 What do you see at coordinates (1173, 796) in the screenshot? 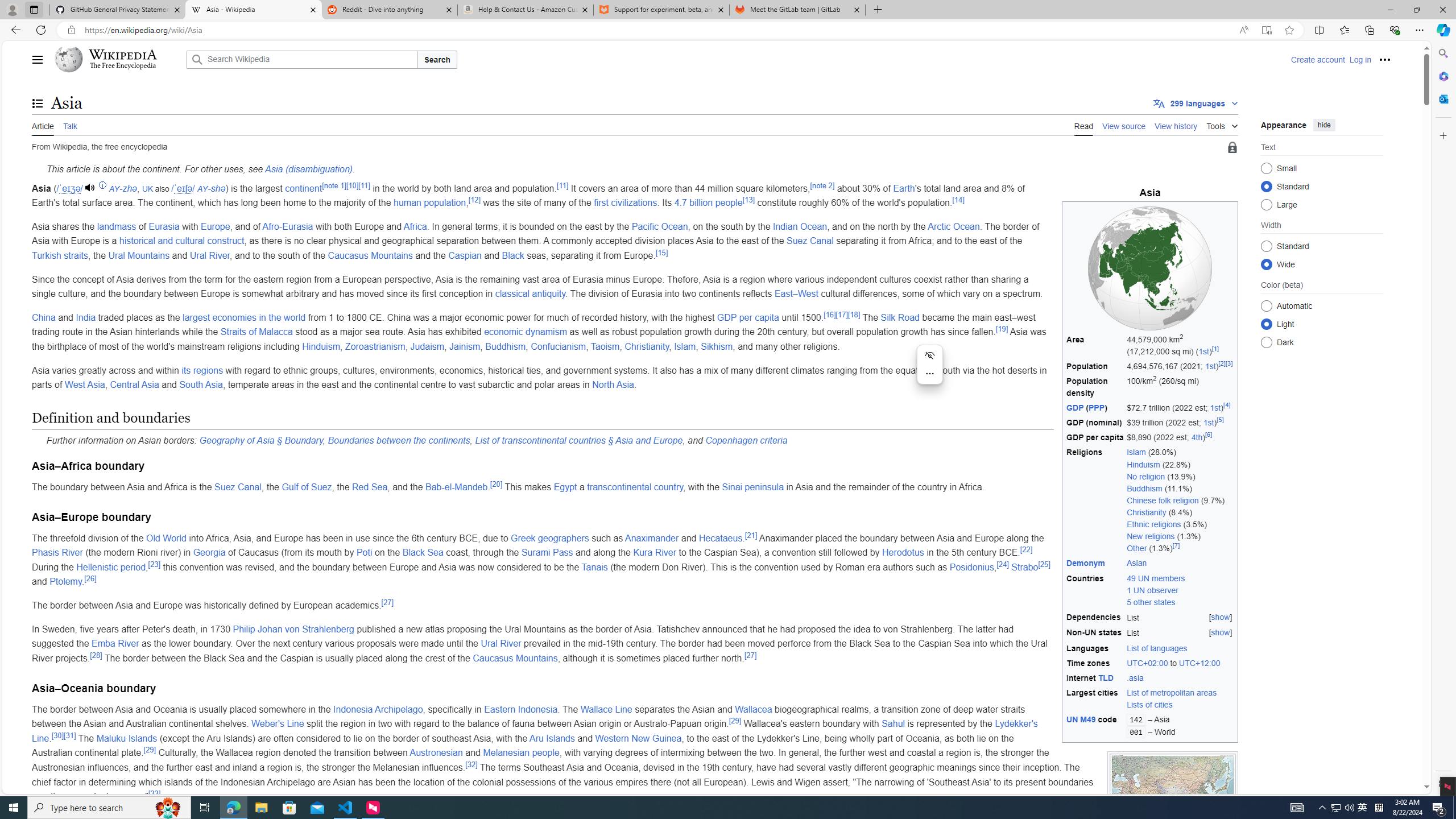
I see `'Class: mw-file-element'` at bounding box center [1173, 796].